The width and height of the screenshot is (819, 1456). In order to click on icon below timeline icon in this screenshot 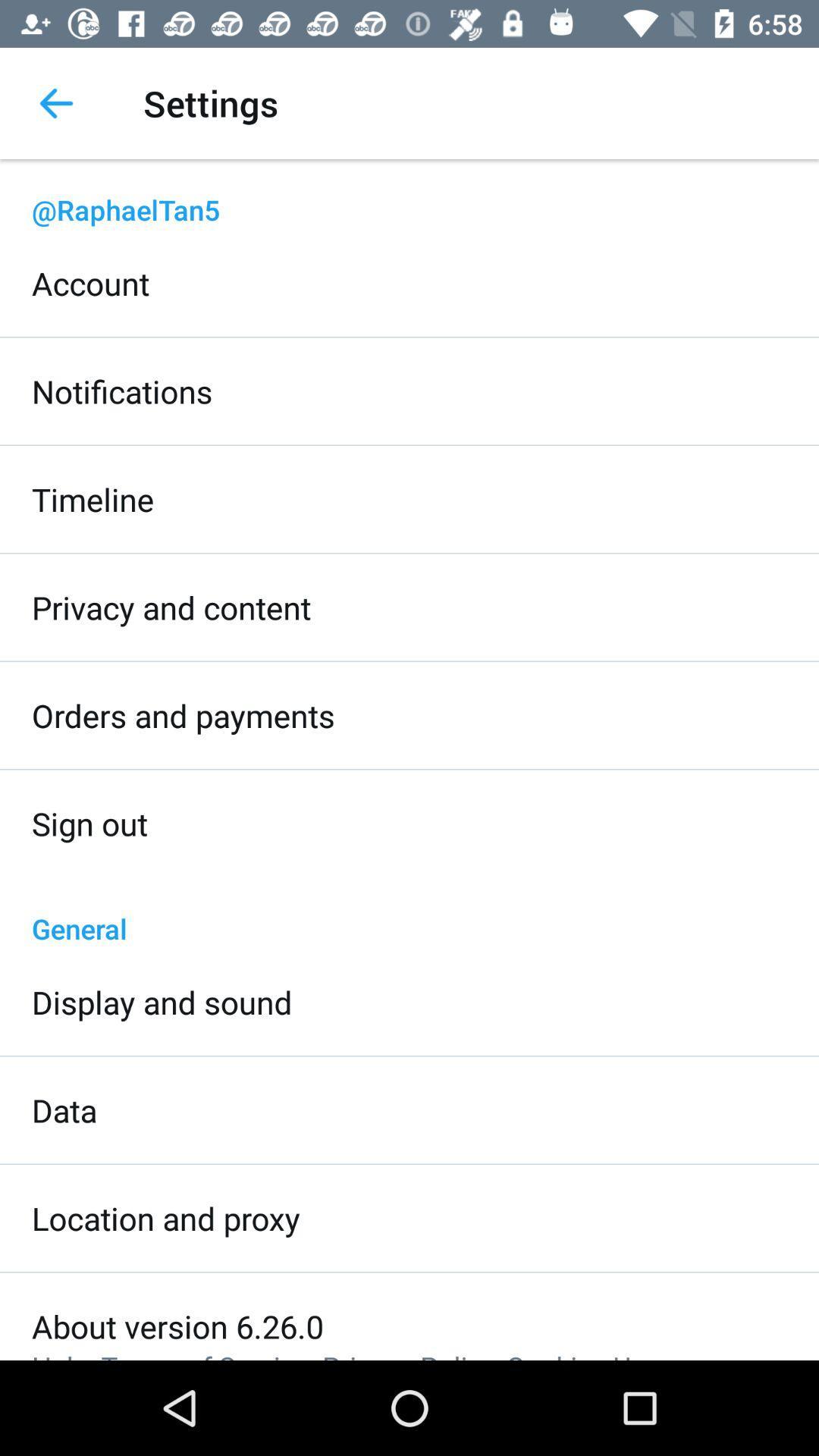, I will do `click(171, 607)`.